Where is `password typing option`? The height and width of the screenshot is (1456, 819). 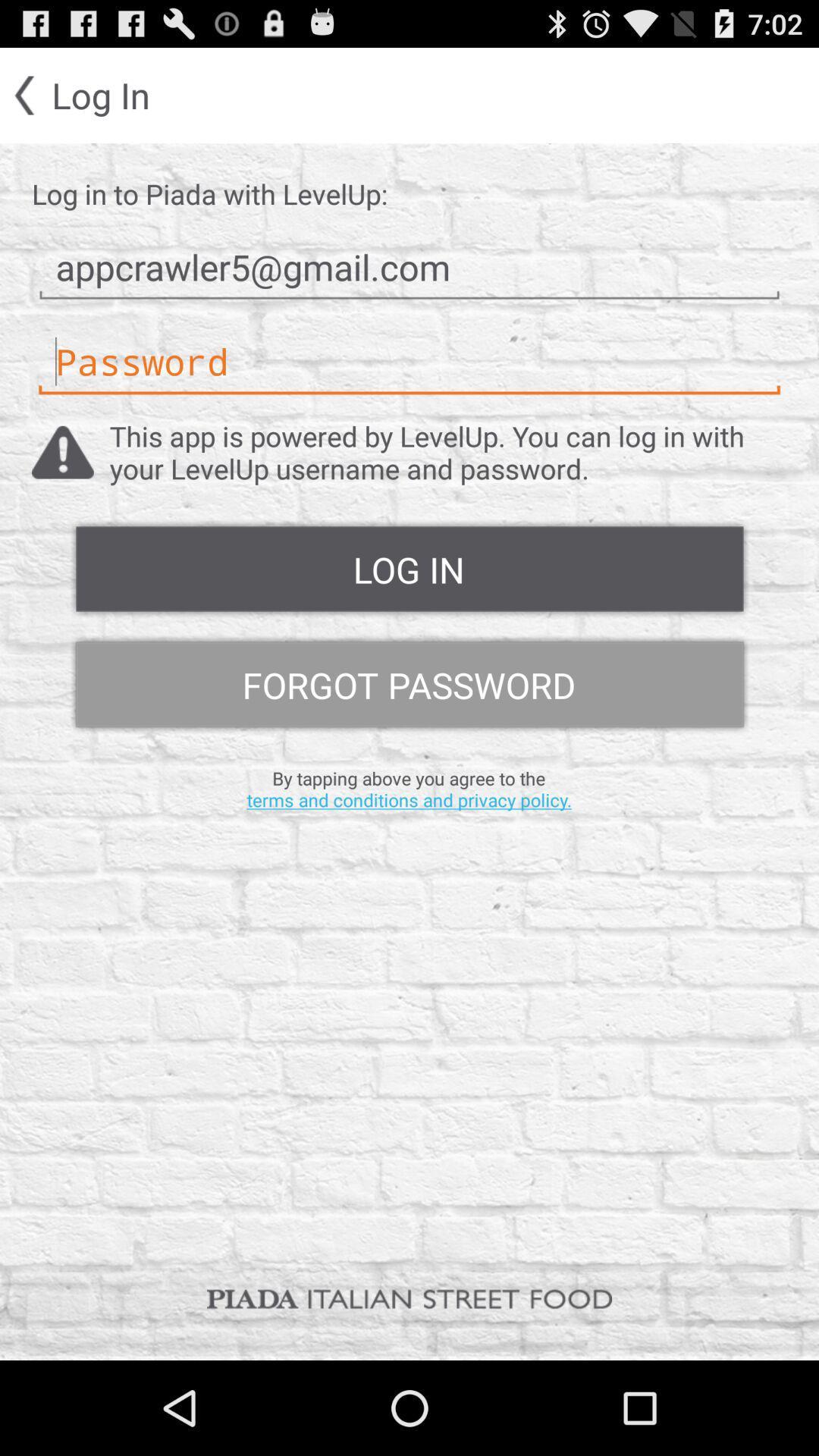 password typing option is located at coordinates (409, 361).